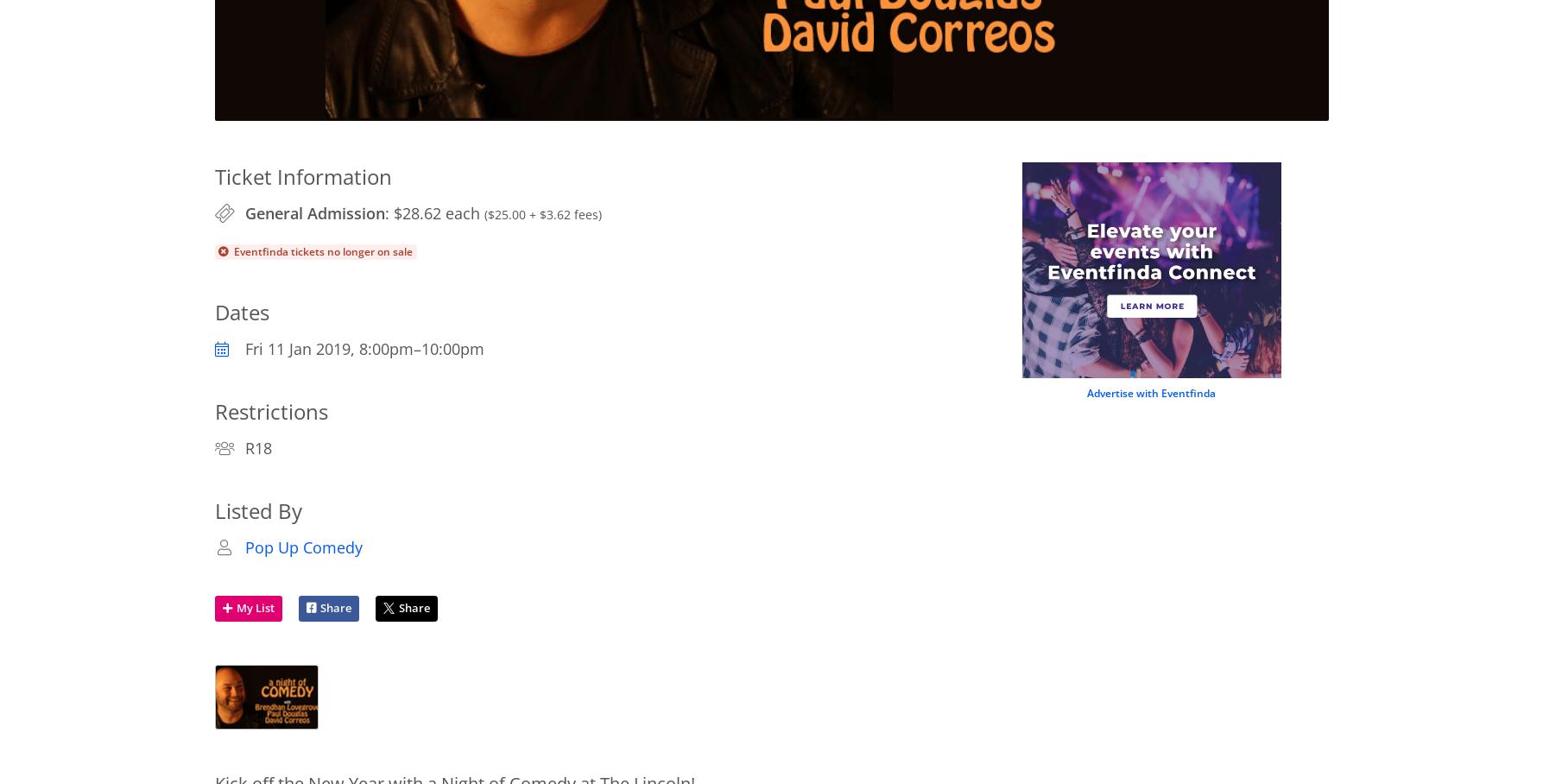  I want to click on 'Restrictions', so click(269, 410).